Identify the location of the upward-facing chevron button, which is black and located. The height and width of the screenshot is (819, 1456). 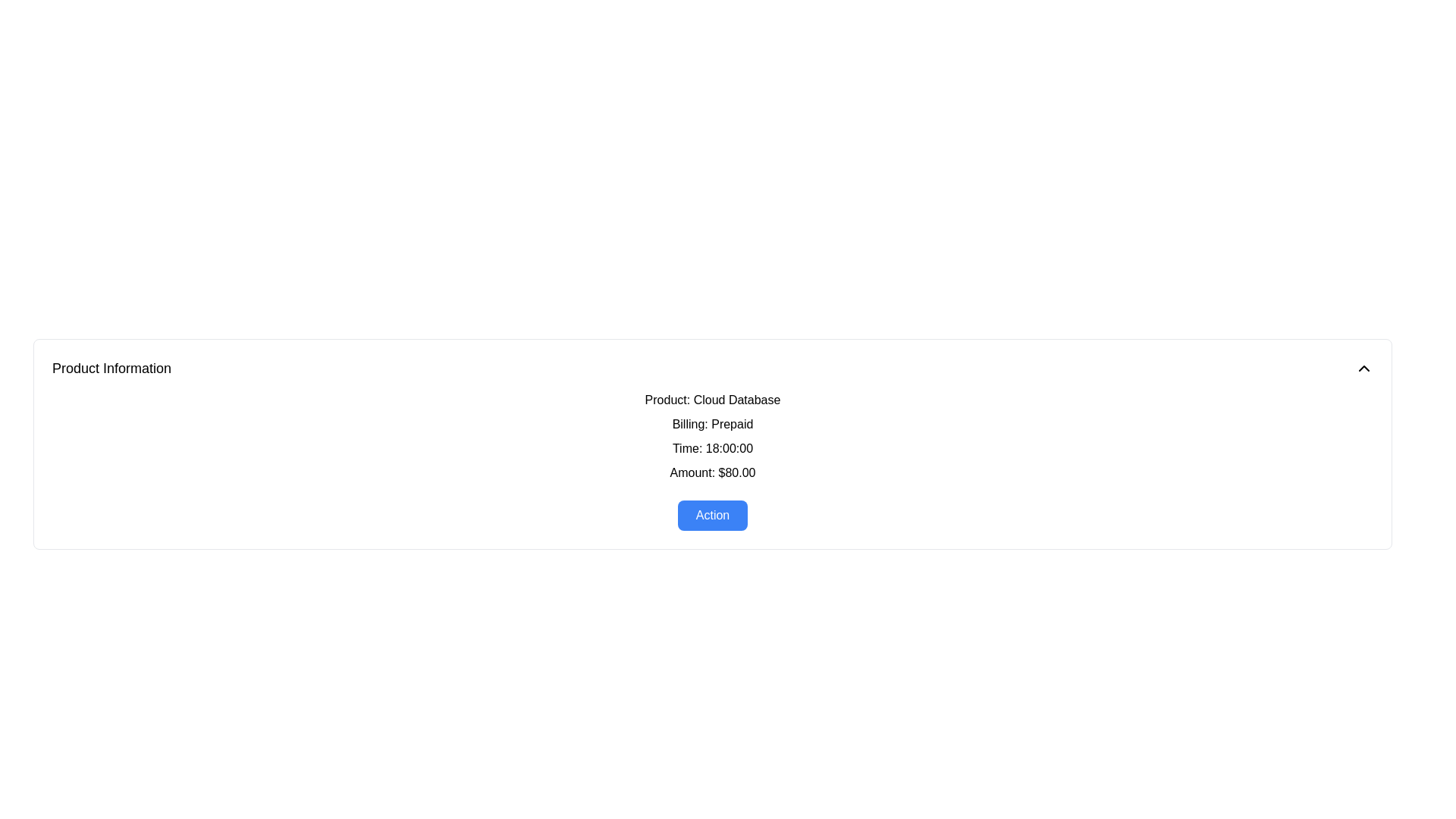
(1364, 369).